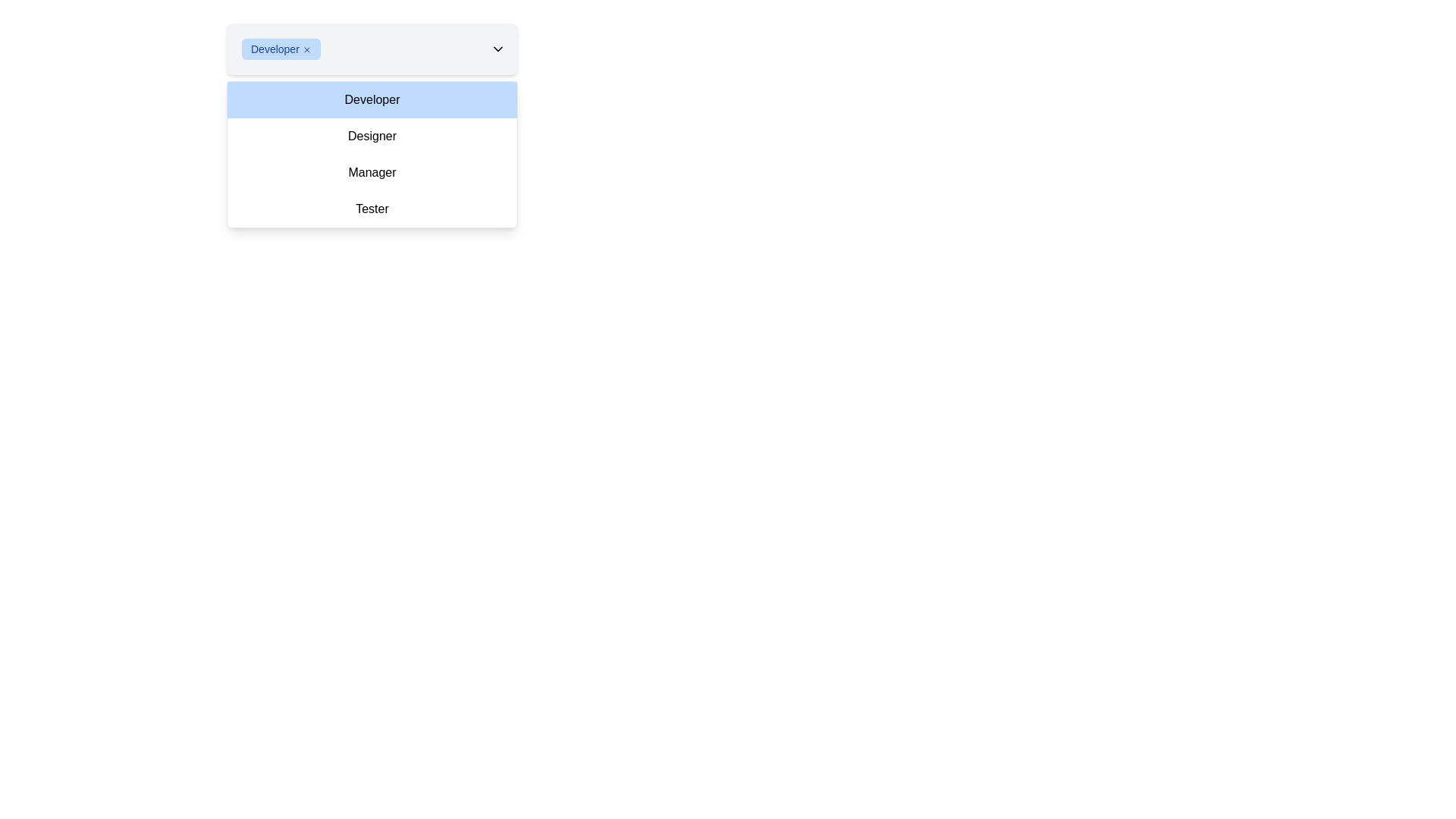  I want to click on the second option in the dropdown menu, so click(372, 136).